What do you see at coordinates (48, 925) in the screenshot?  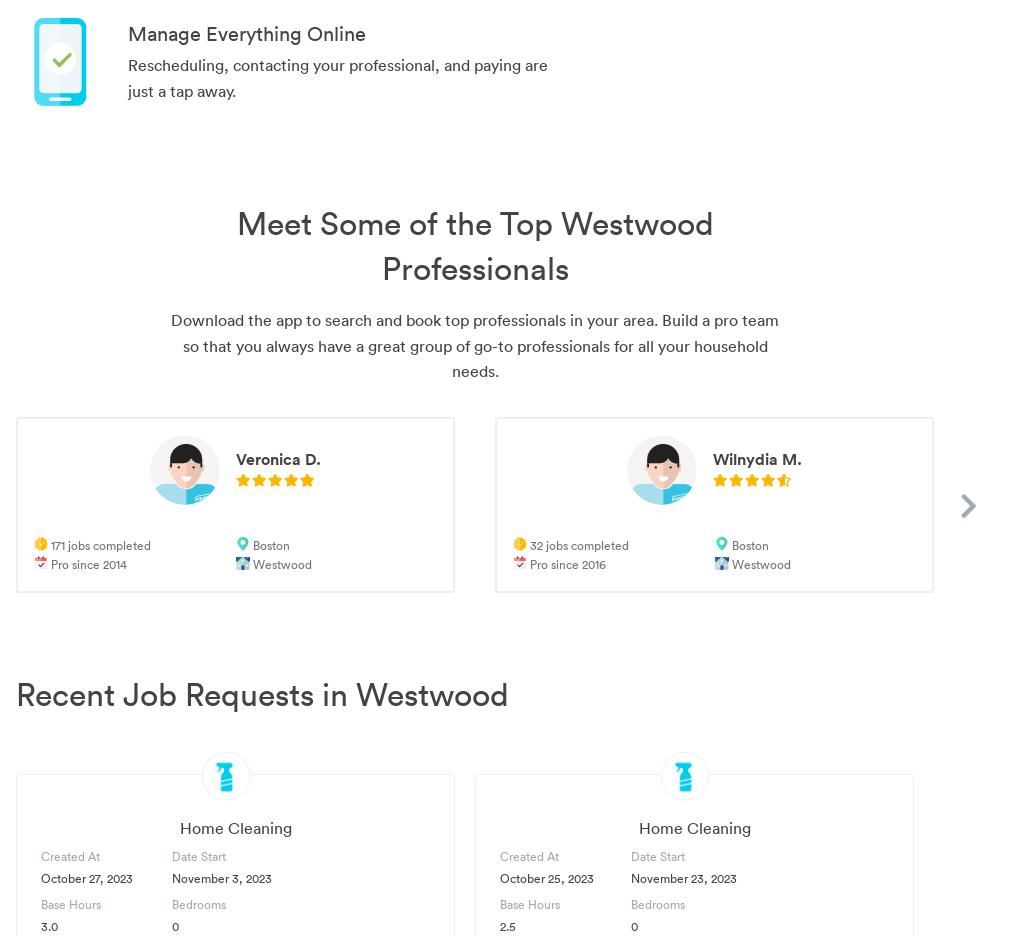 I see `'3.0'` at bounding box center [48, 925].